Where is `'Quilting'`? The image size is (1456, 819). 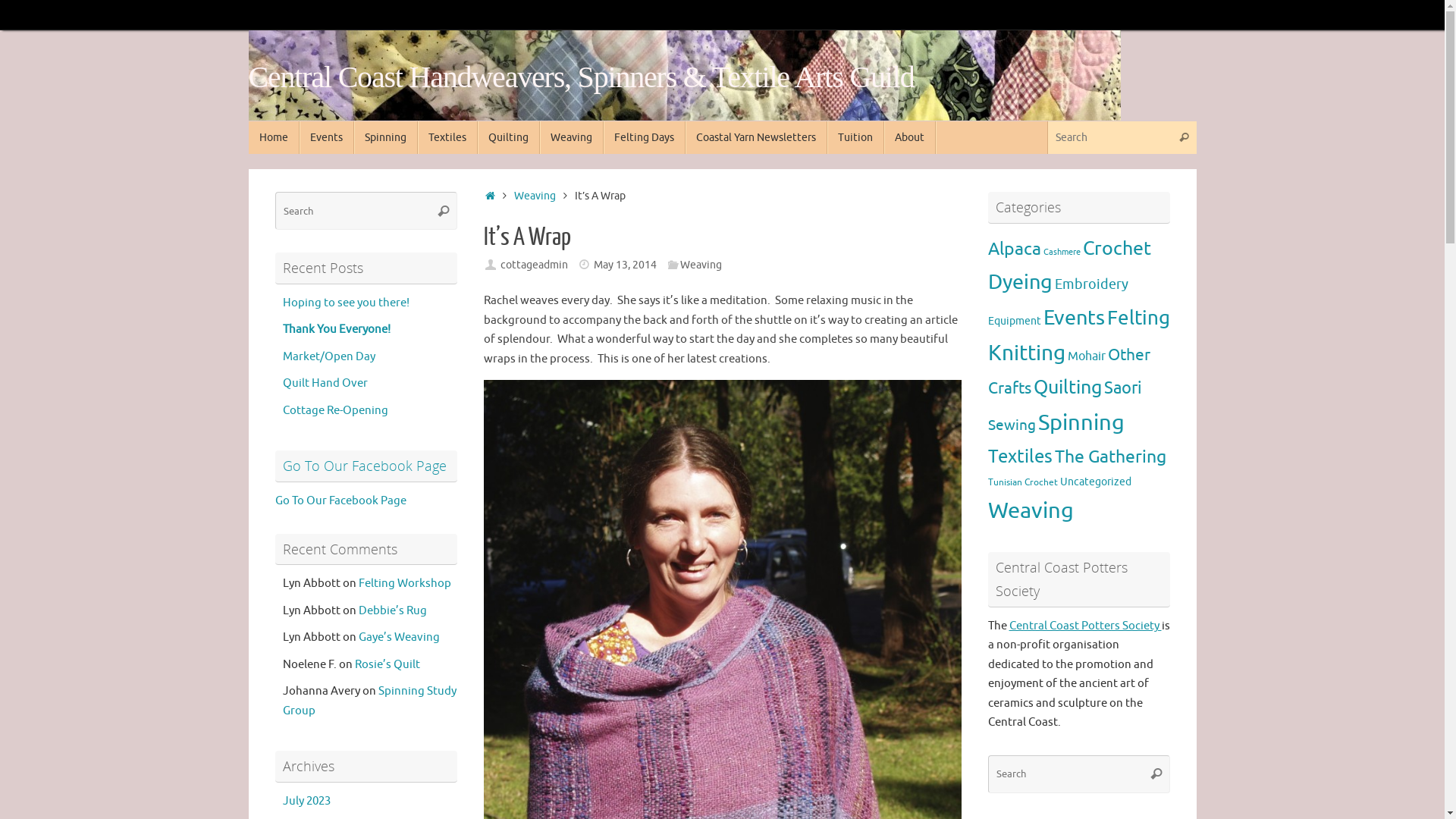 'Quilting' is located at coordinates (476, 137).